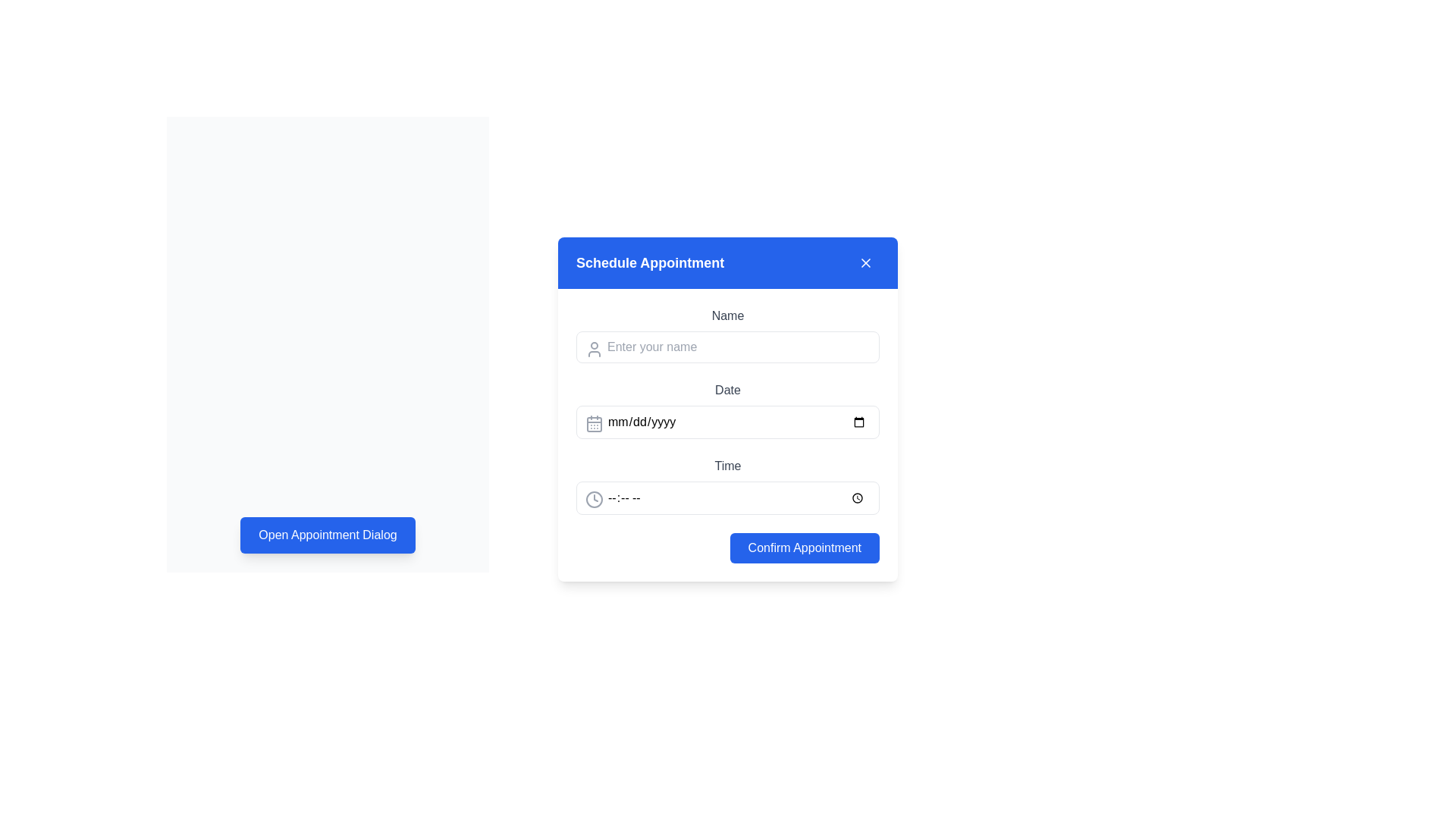 The width and height of the screenshot is (1456, 819). I want to click on the 'Confirm Appointment' button with a blue background and white text, located at the bottom right of the 'Schedule Appointment' dialog box, to interact with keyboard inputs, so click(804, 548).